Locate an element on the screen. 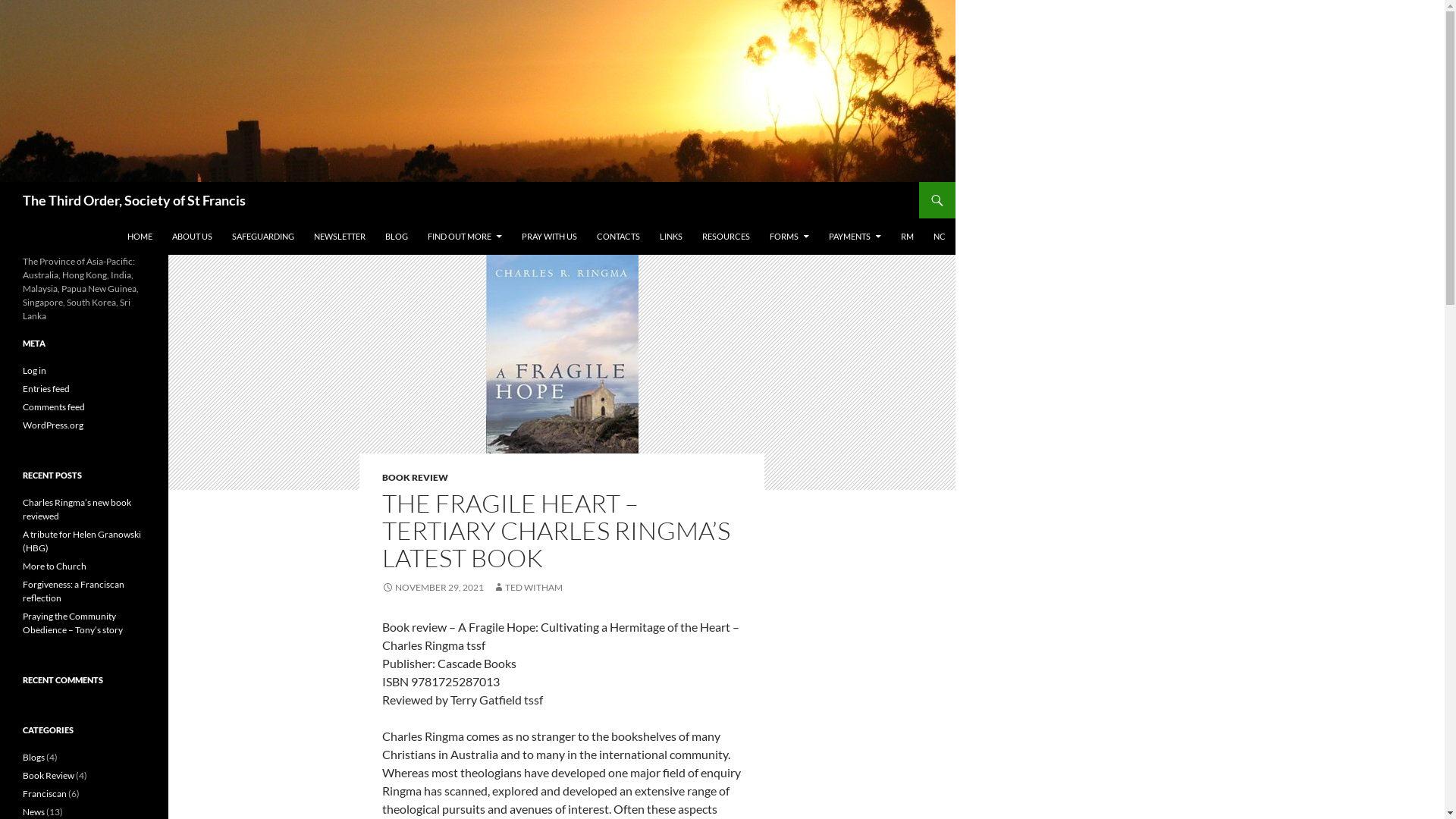 This screenshot has width=1456, height=819. 'Franciscan' is located at coordinates (22, 792).